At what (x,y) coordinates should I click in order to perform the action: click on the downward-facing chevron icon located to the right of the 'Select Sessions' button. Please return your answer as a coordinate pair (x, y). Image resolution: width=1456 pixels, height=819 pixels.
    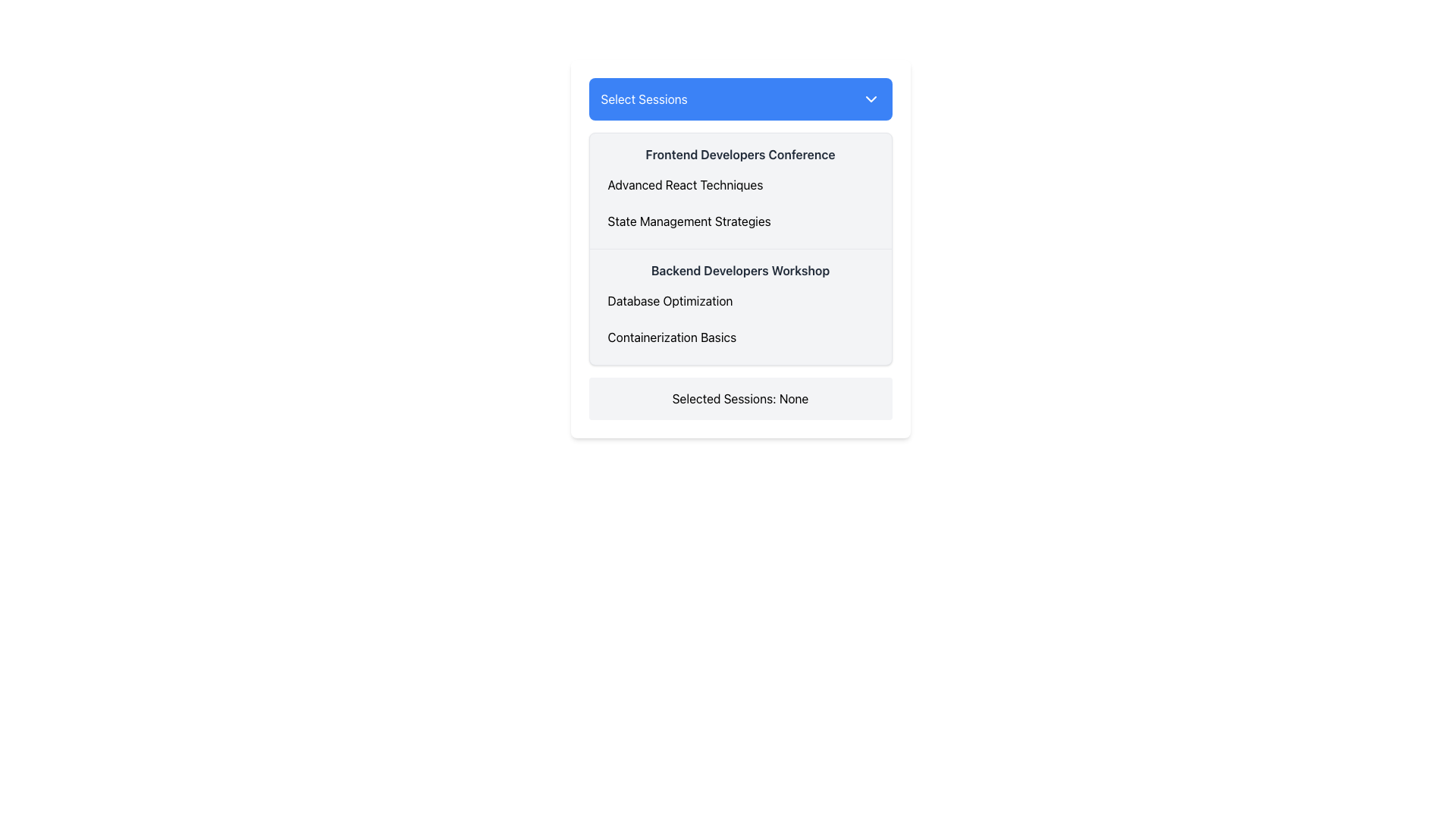
    Looking at the image, I should click on (871, 99).